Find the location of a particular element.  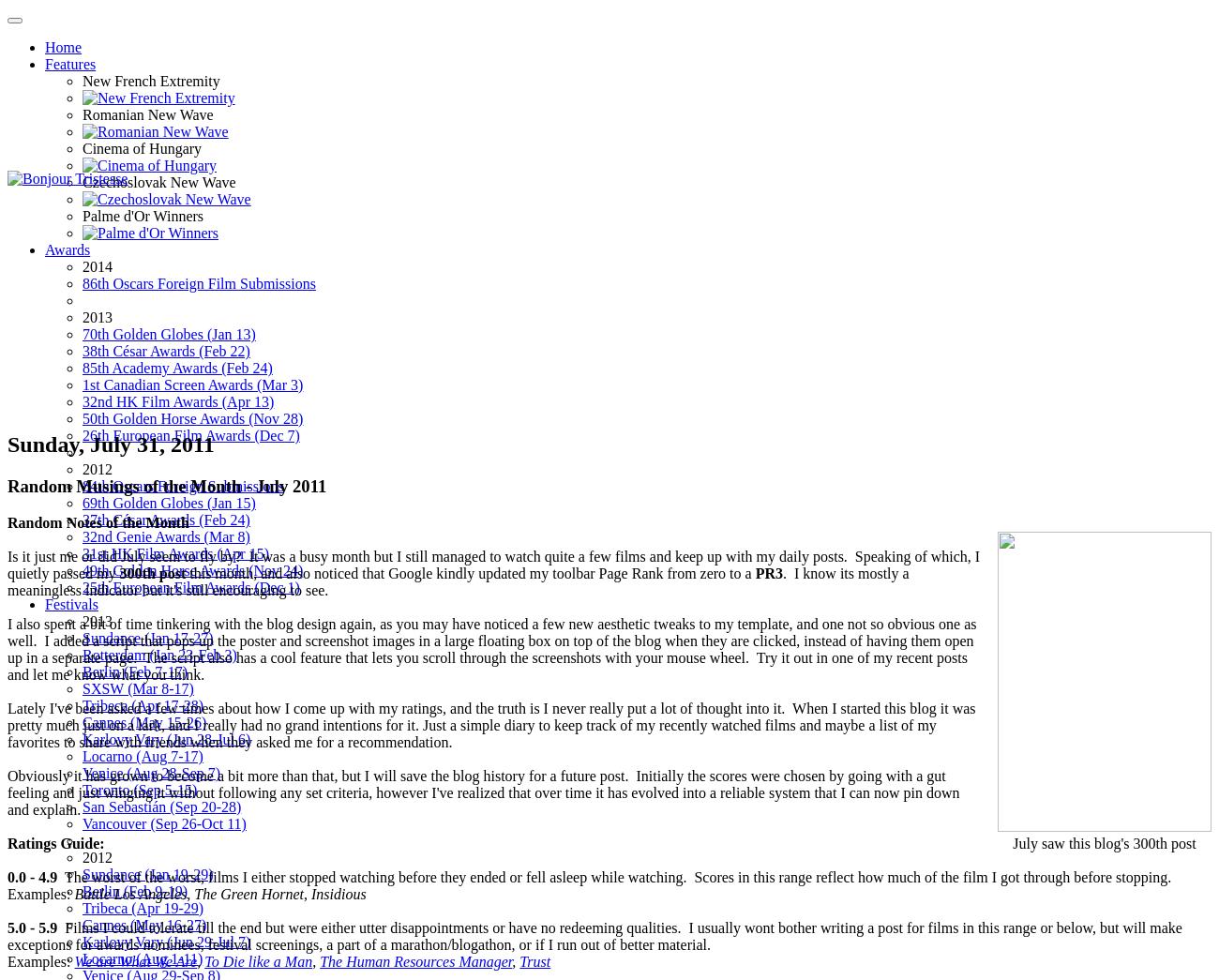

'0.0 - 4.9' is located at coordinates (31, 875).